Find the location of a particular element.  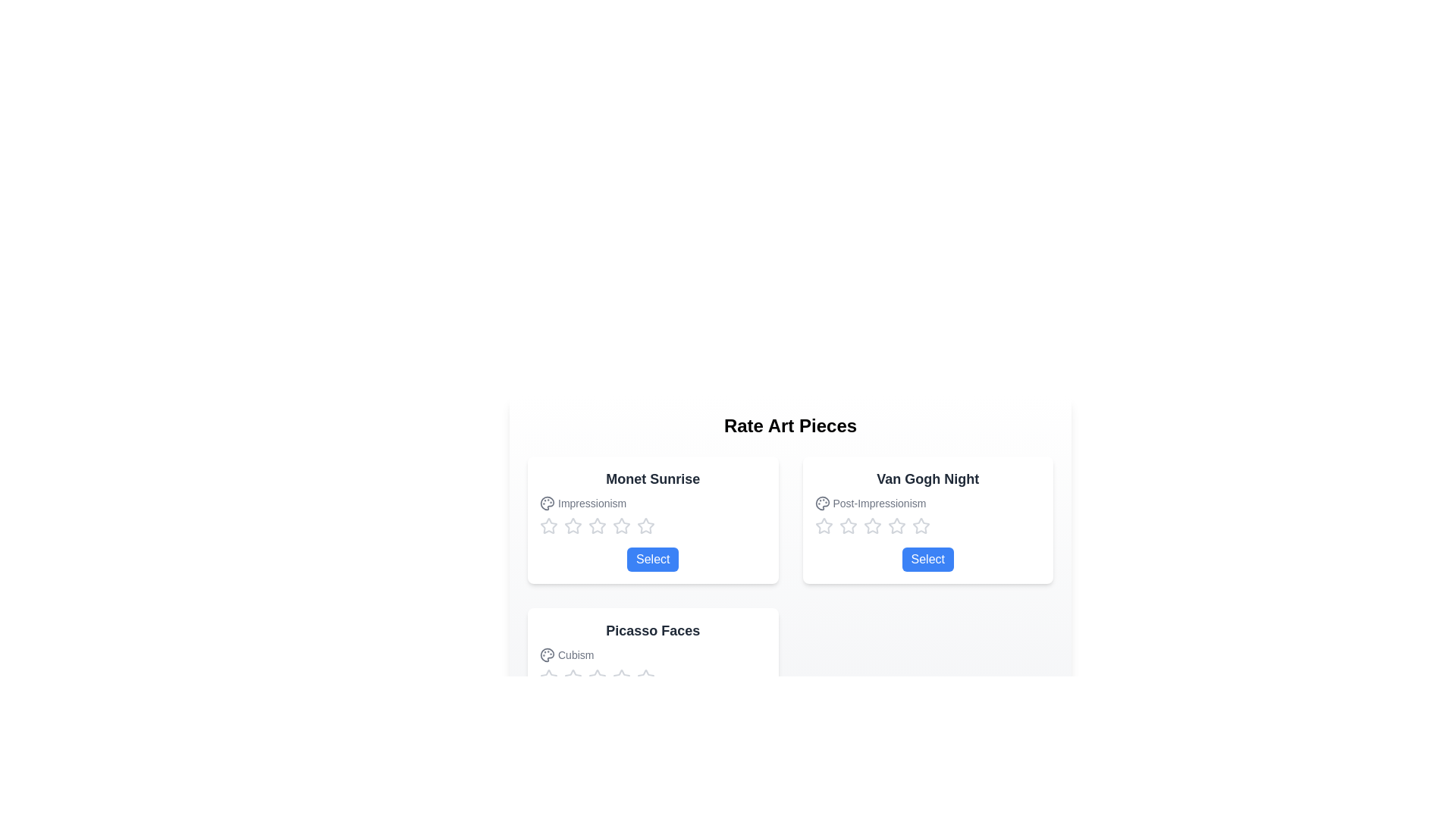

the blue rectangular button labeled 'Select' located at the bottom of the 'Monet Sunrise' art piece information card is located at coordinates (653, 559).